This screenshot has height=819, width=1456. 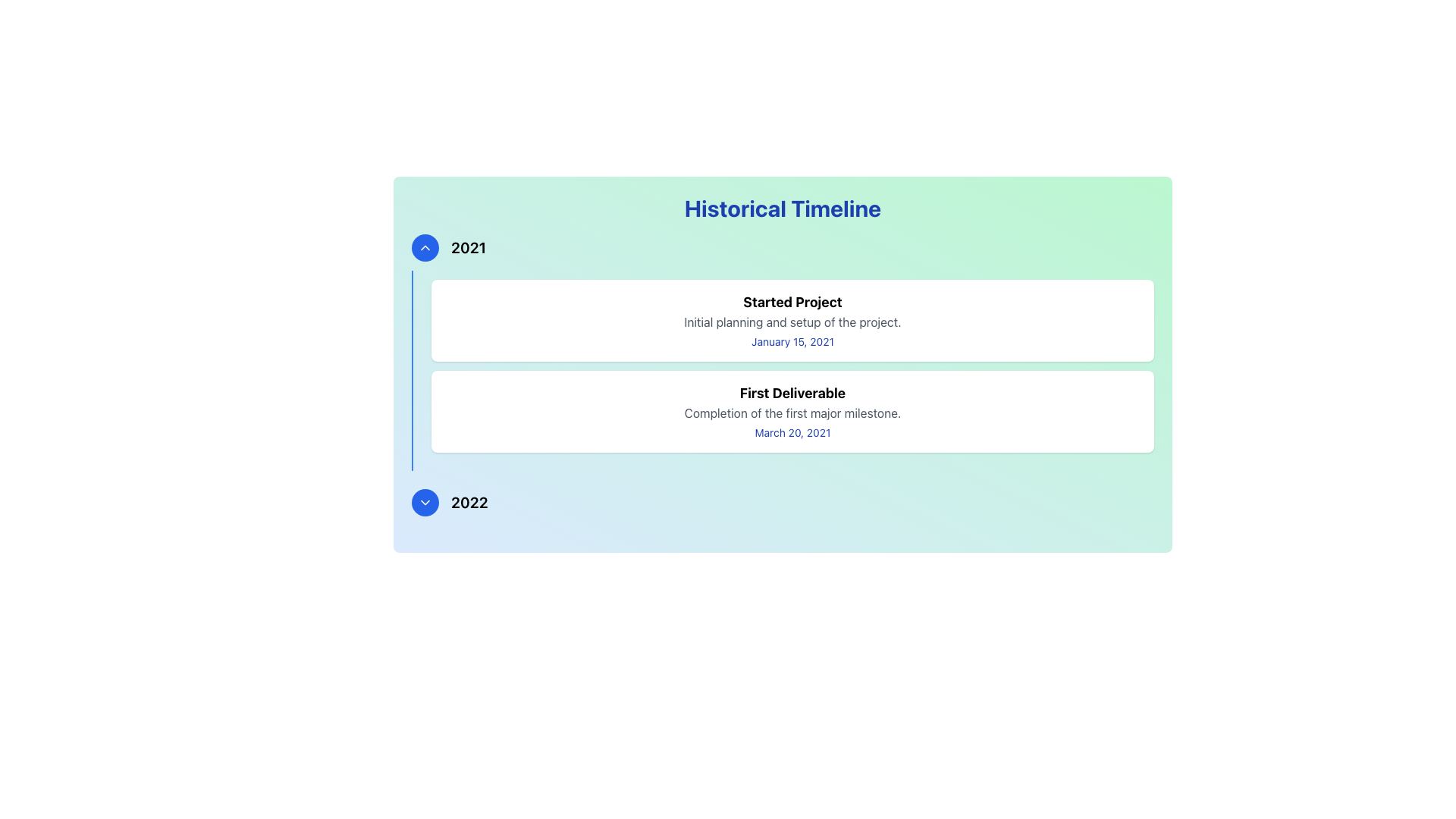 What do you see at coordinates (783, 208) in the screenshot?
I see `text from the header labeled 'Historical Timeline', which is styled in large, bold font with a blue-gradient color and is prominently positioned at the top of a section` at bounding box center [783, 208].